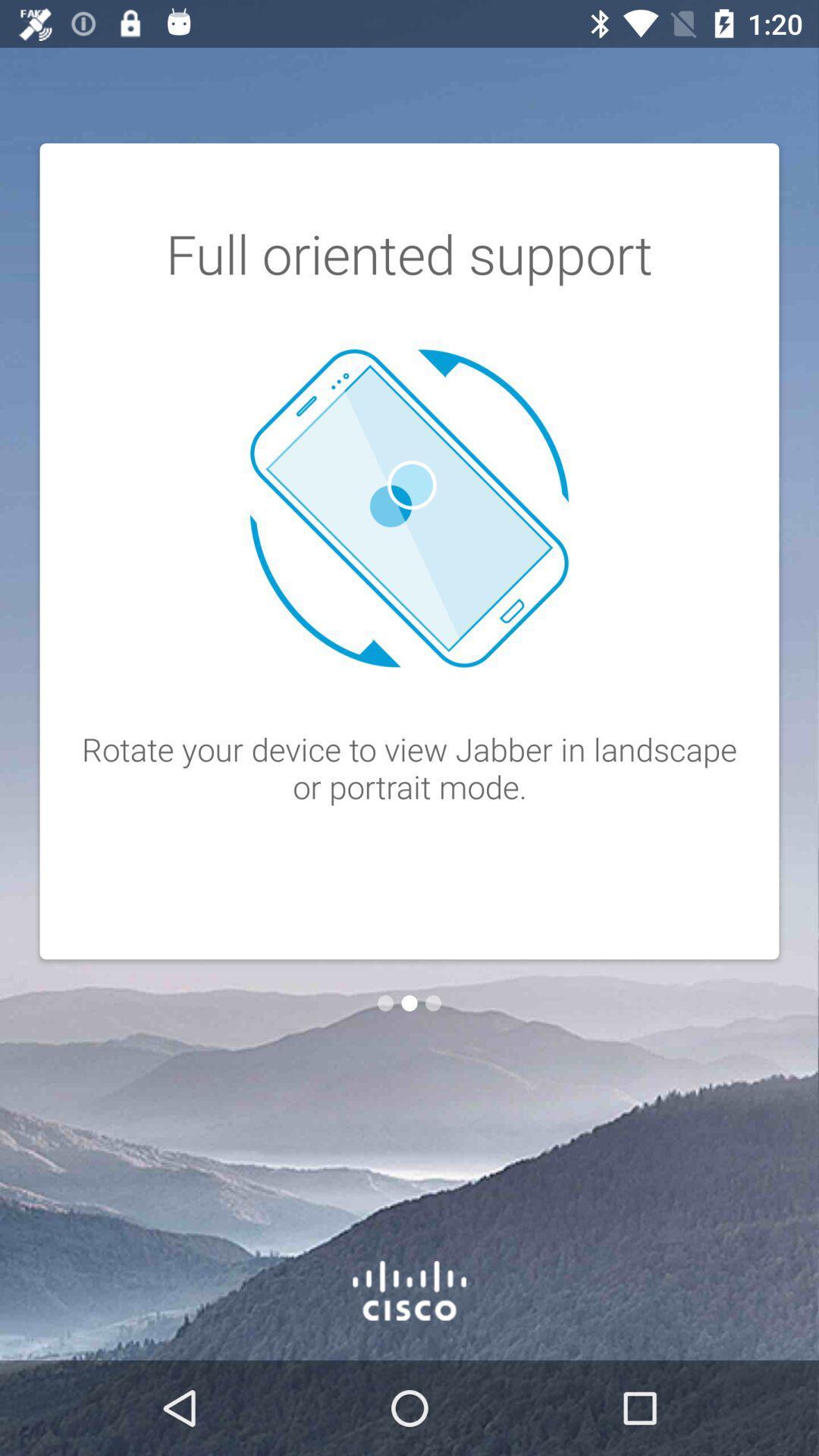 This screenshot has width=819, height=1456. Describe the element at coordinates (384, 1003) in the screenshot. I see `back` at that location.